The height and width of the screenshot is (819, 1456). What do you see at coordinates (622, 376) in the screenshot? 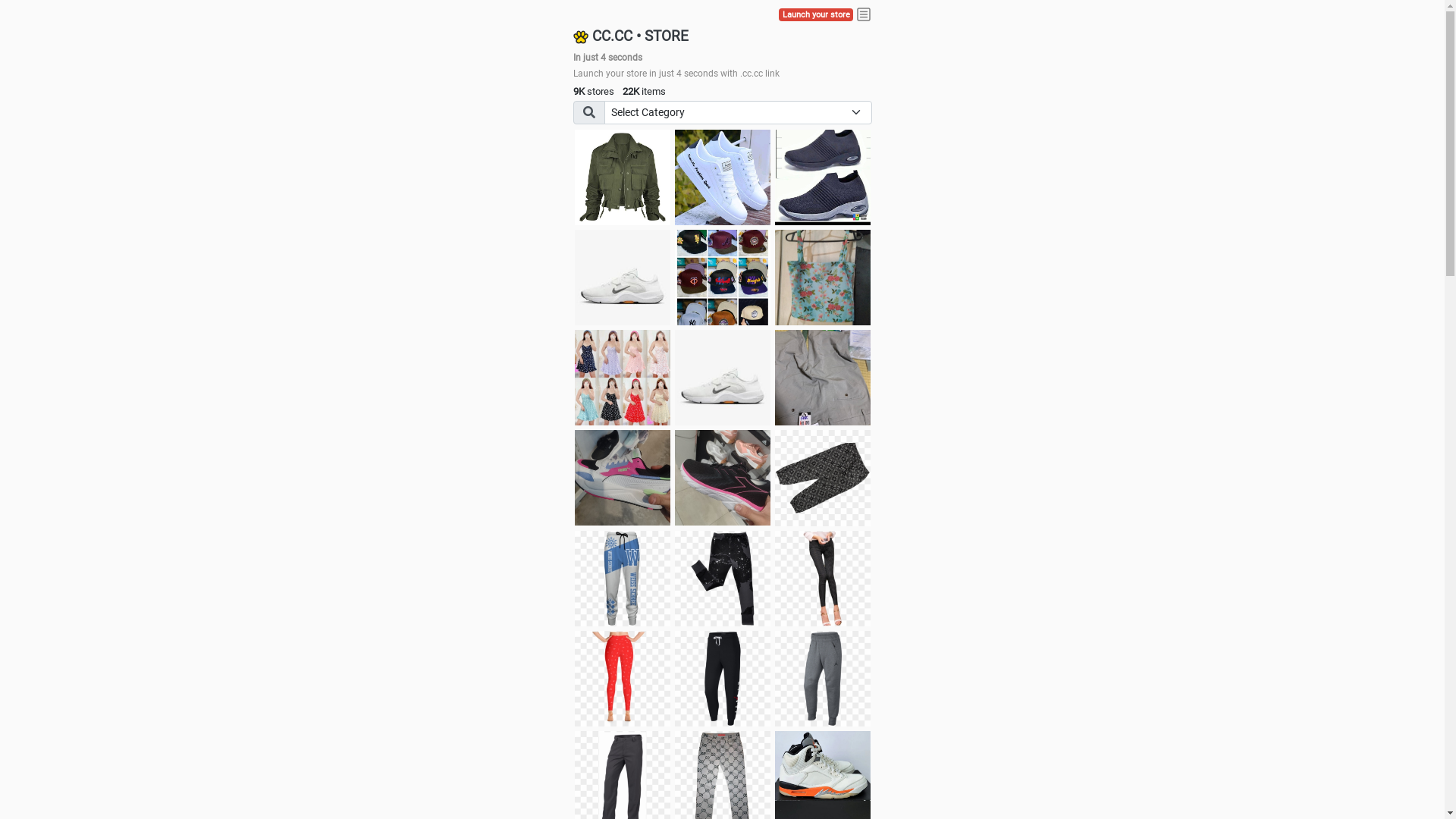
I see `'Dress/square nect top'` at bounding box center [622, 376].